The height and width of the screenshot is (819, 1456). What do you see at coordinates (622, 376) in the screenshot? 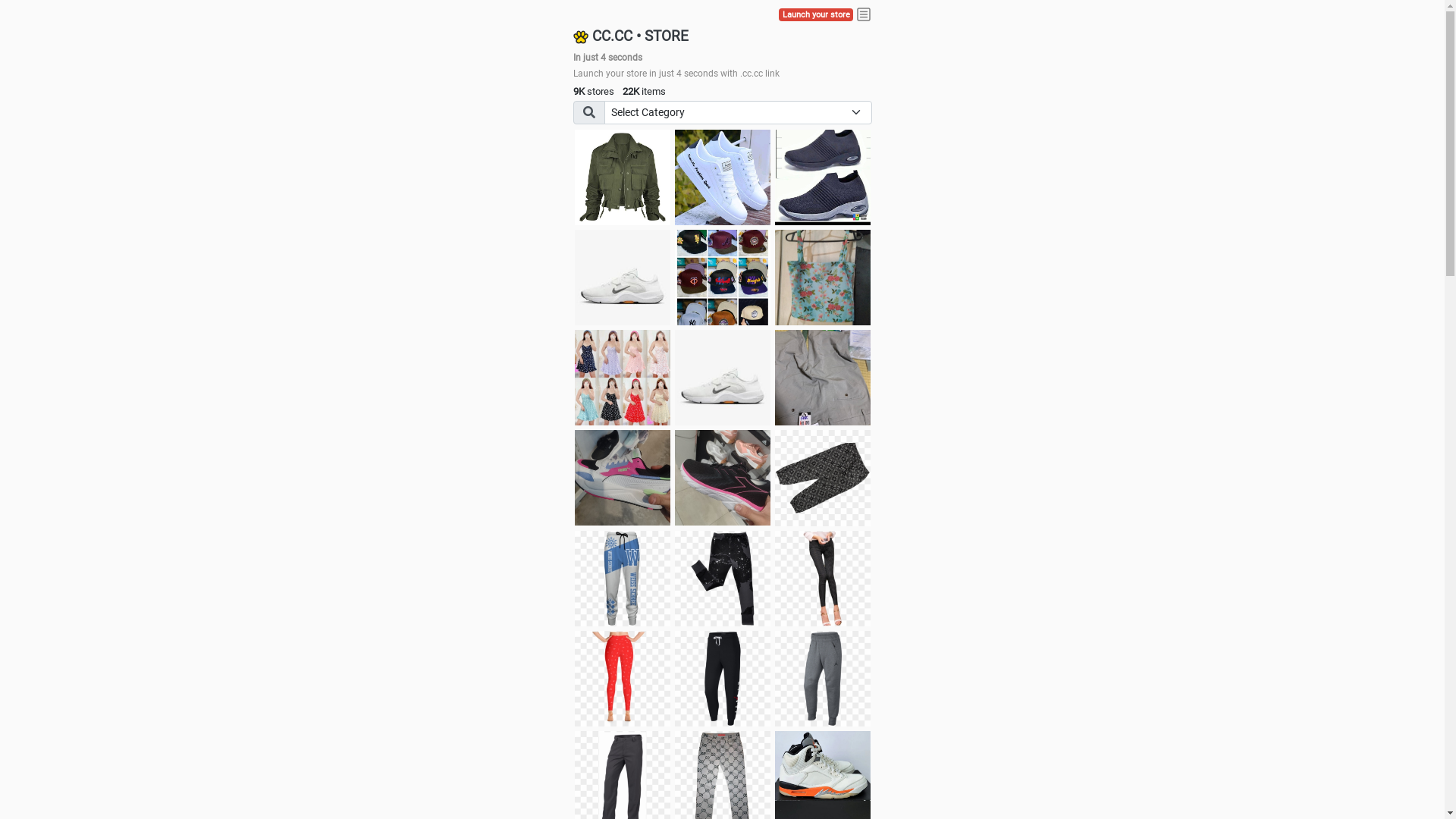
I see `'Dress/square nect top'` at bounding box center [622, 376].